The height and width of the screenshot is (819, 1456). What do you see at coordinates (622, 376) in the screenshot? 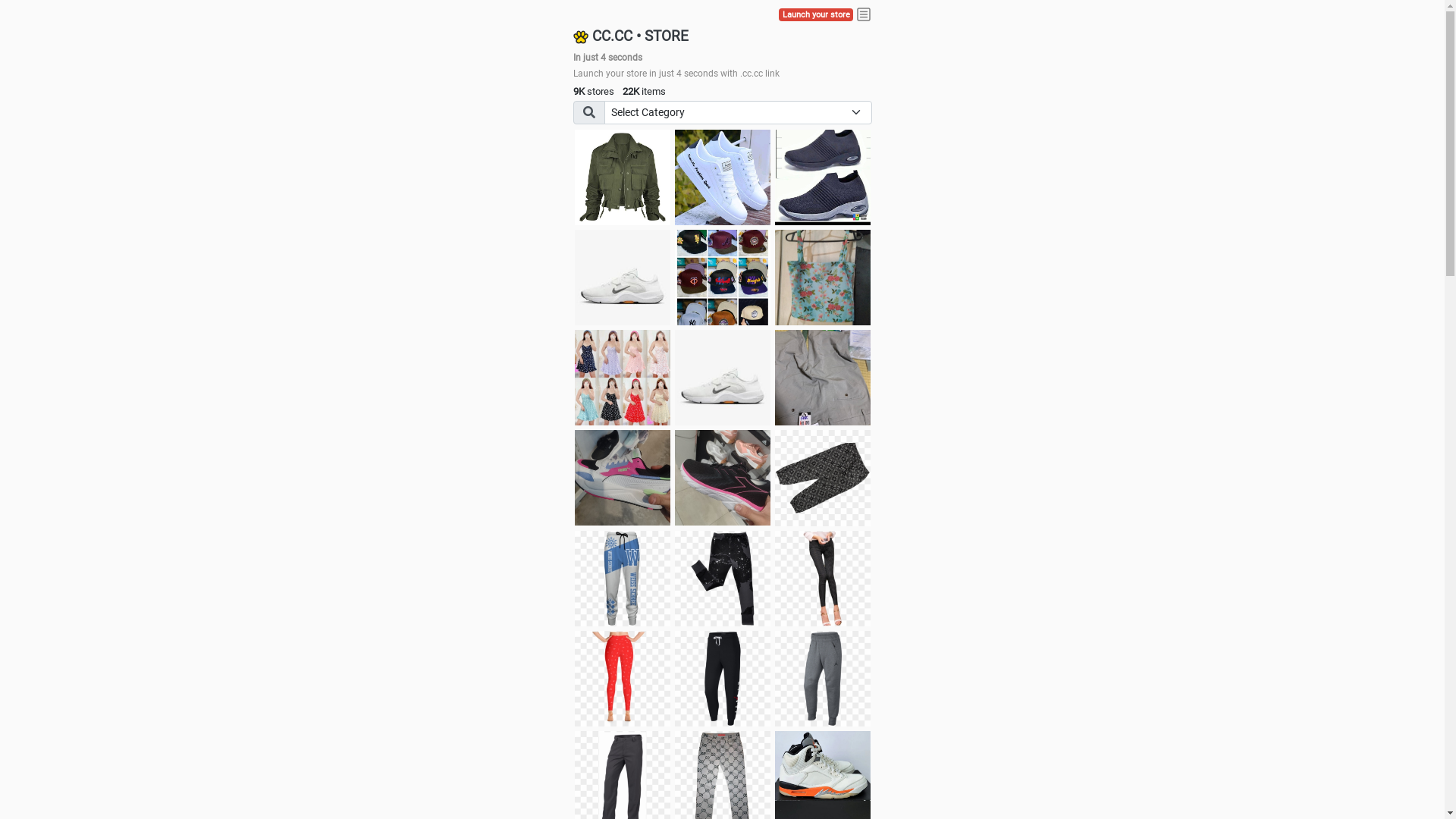
I see `'Dress/square nect top'` at bounding box center [622, 376].